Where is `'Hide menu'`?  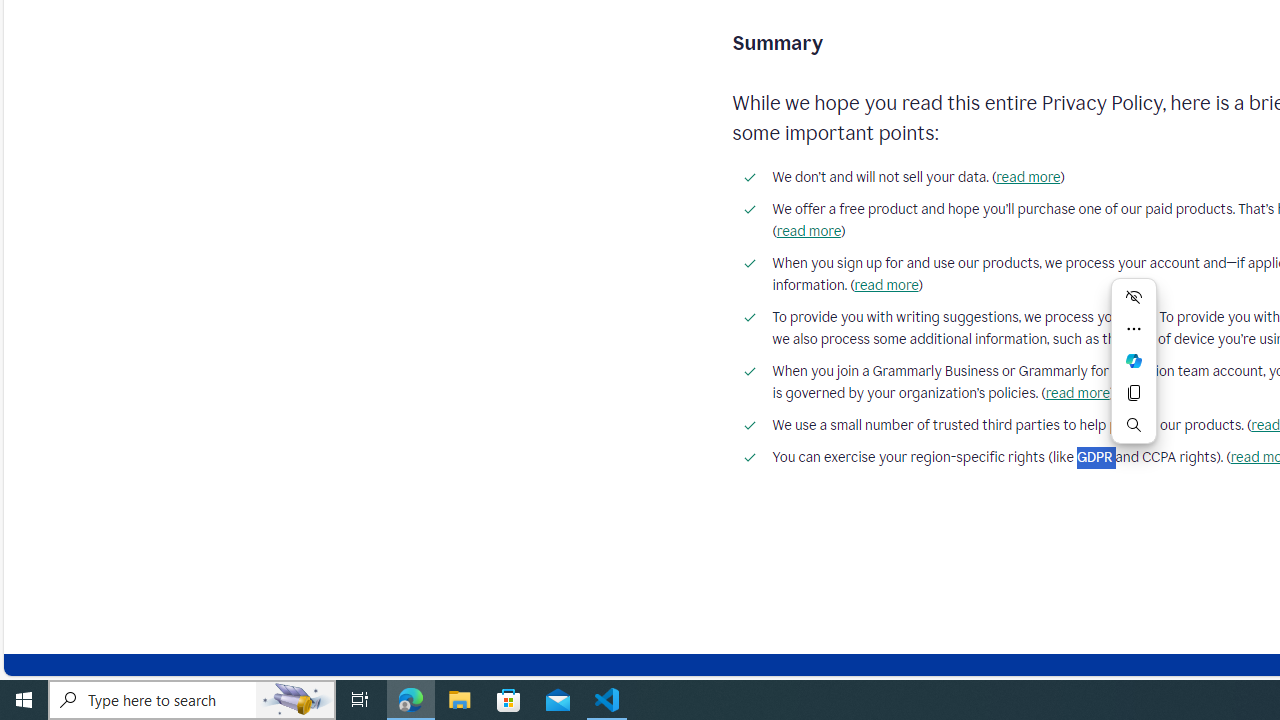
'Hide menu' is located at coordinates (1134, 297).